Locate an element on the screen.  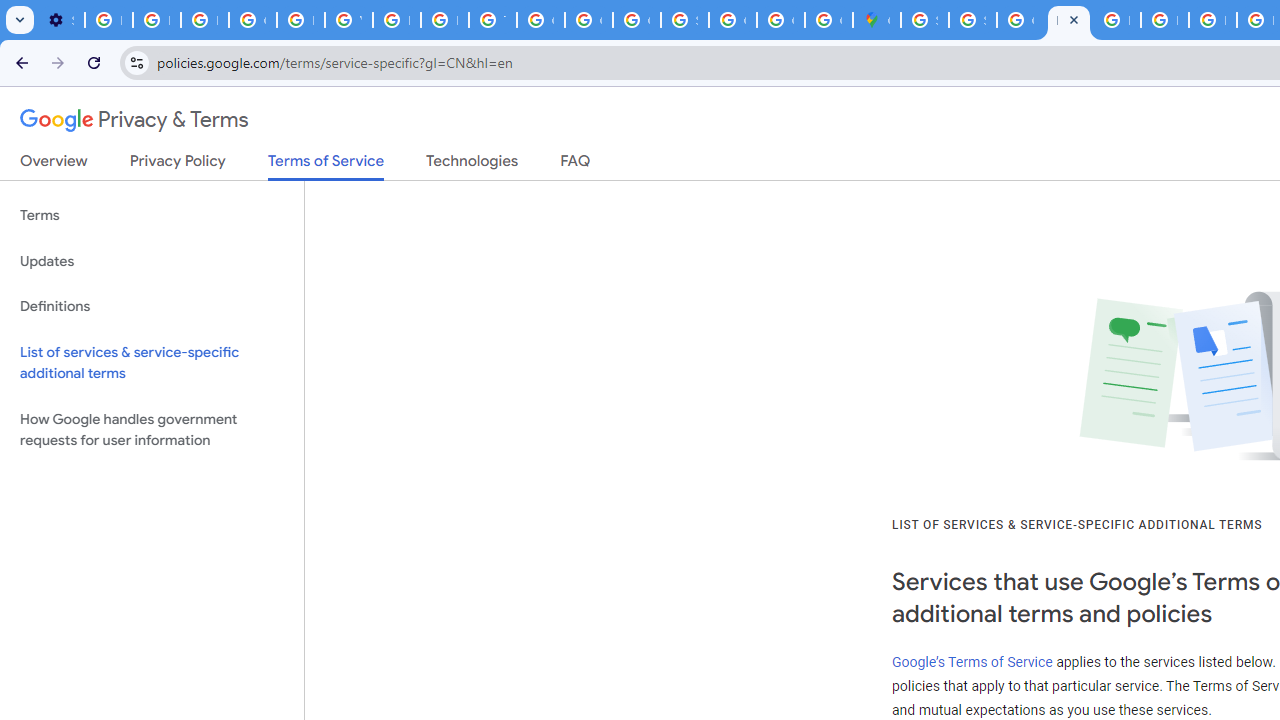
'Sign in - Google Accounts' is located at coordinates (972, 20).